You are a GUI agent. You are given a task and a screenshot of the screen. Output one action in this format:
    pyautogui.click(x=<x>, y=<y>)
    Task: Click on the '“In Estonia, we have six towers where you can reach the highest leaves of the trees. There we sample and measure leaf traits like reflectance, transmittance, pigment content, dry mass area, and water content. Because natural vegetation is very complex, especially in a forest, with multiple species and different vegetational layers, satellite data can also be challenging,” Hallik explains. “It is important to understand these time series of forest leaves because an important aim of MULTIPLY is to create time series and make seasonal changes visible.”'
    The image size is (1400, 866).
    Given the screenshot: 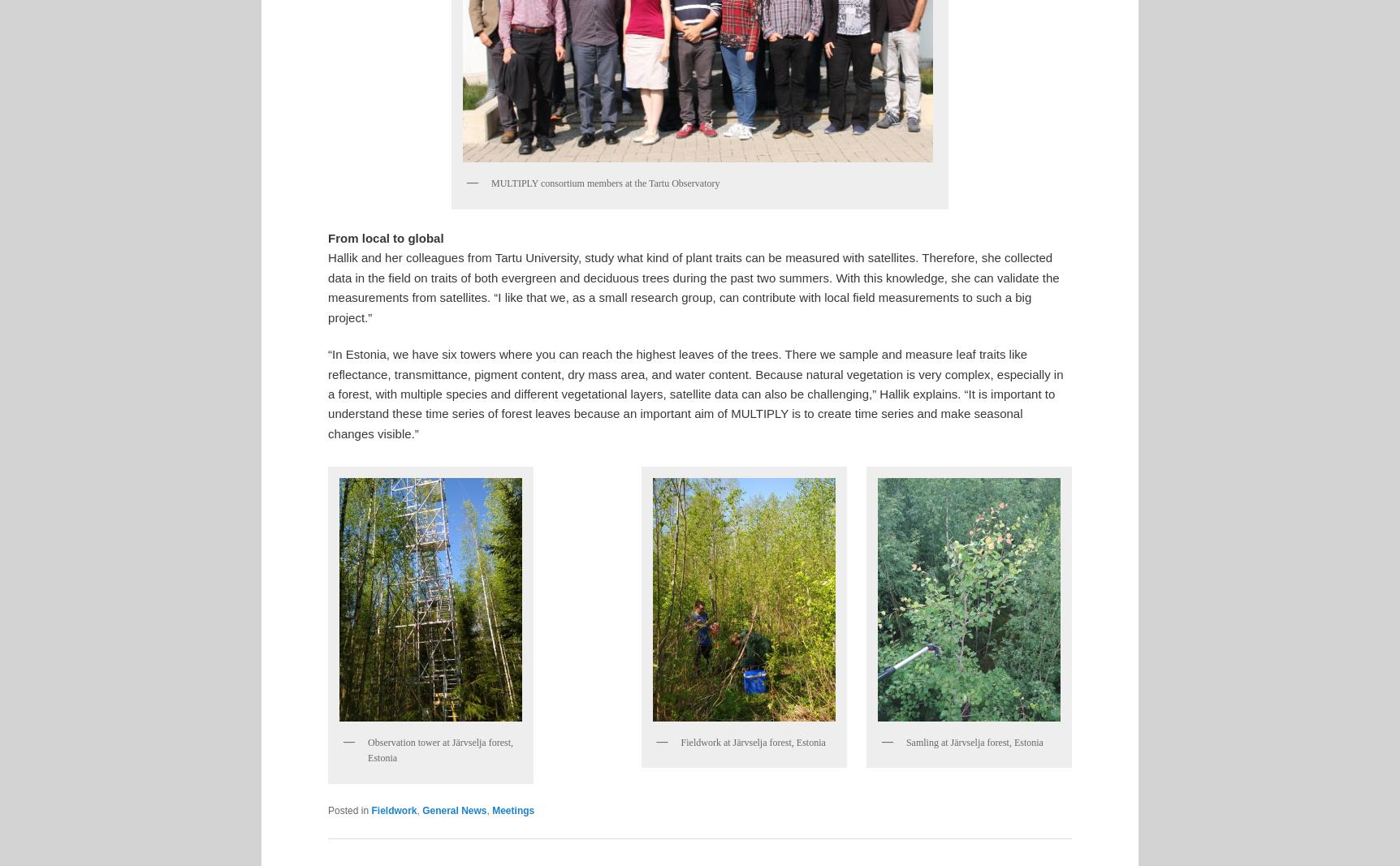 What is the action you would take?
    pyautogui.click(x=694, y=392)
    